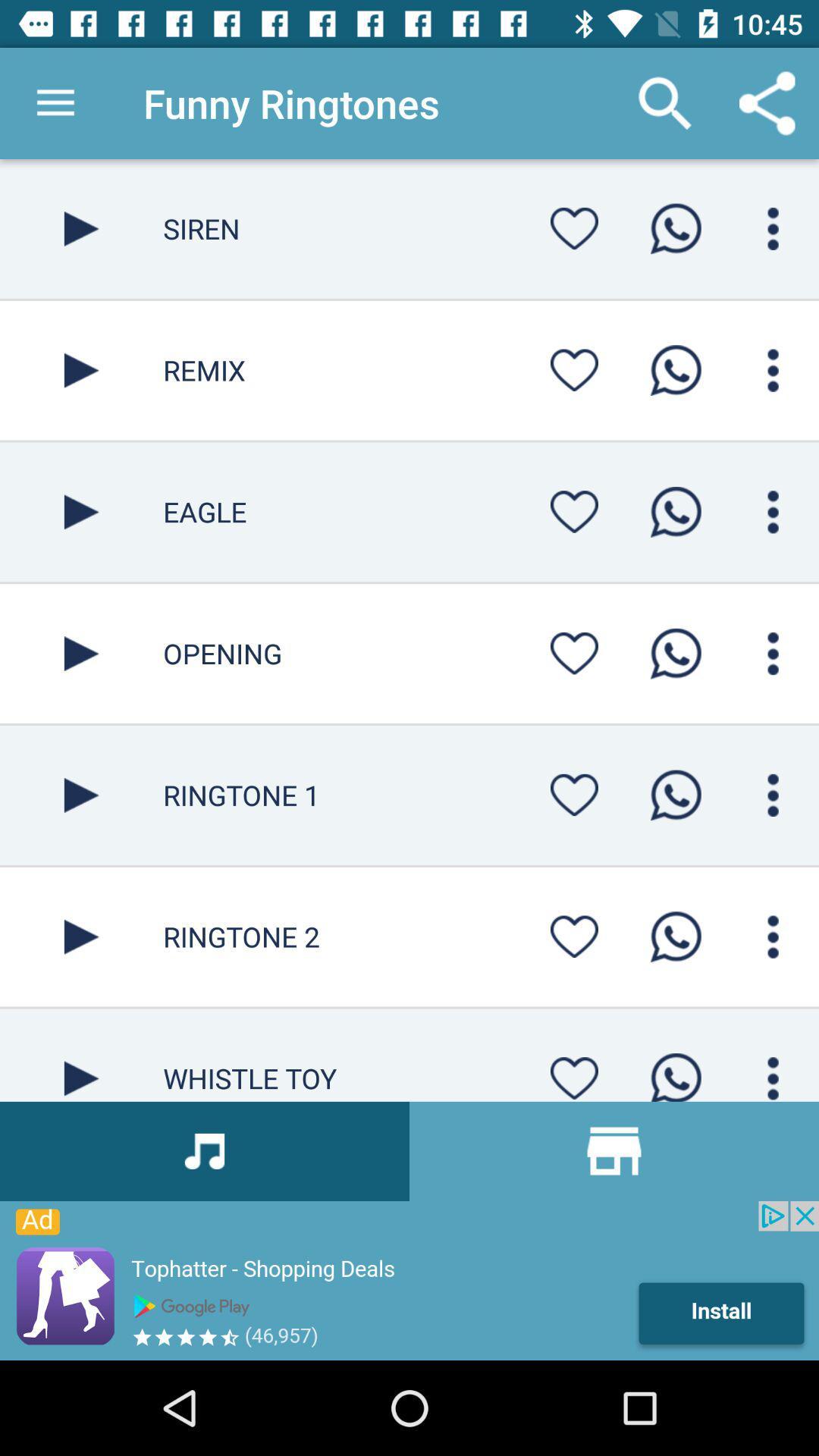 Image resolution: width=819 pixels, height=1456 pixels. What do you see at coordinates (675, 1072) in the screenshot?
I see `ringtone` at bounding box center [675, 1072].